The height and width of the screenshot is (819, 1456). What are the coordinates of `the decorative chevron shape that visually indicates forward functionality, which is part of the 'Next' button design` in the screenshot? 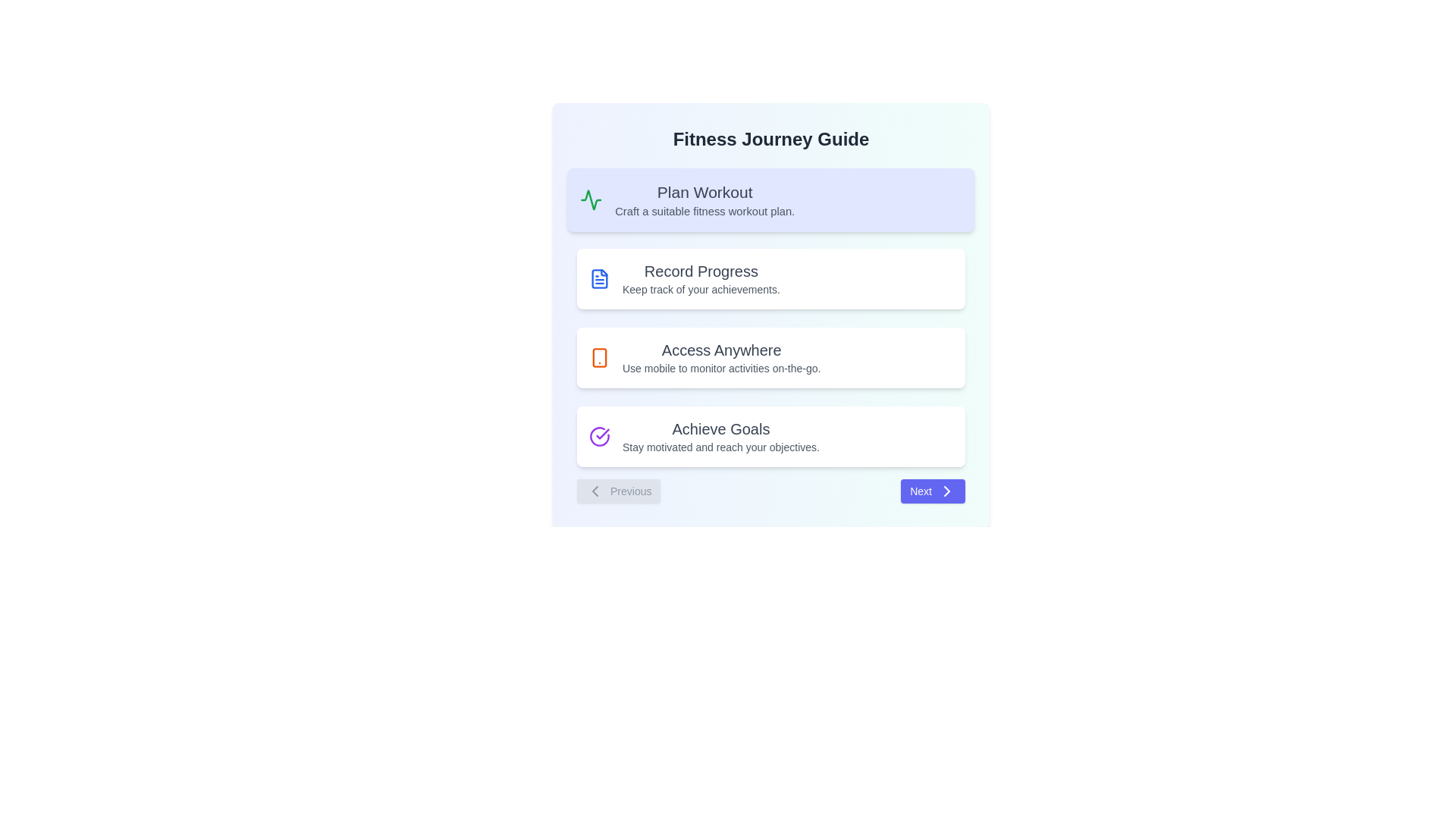 It's located at (946, 491).